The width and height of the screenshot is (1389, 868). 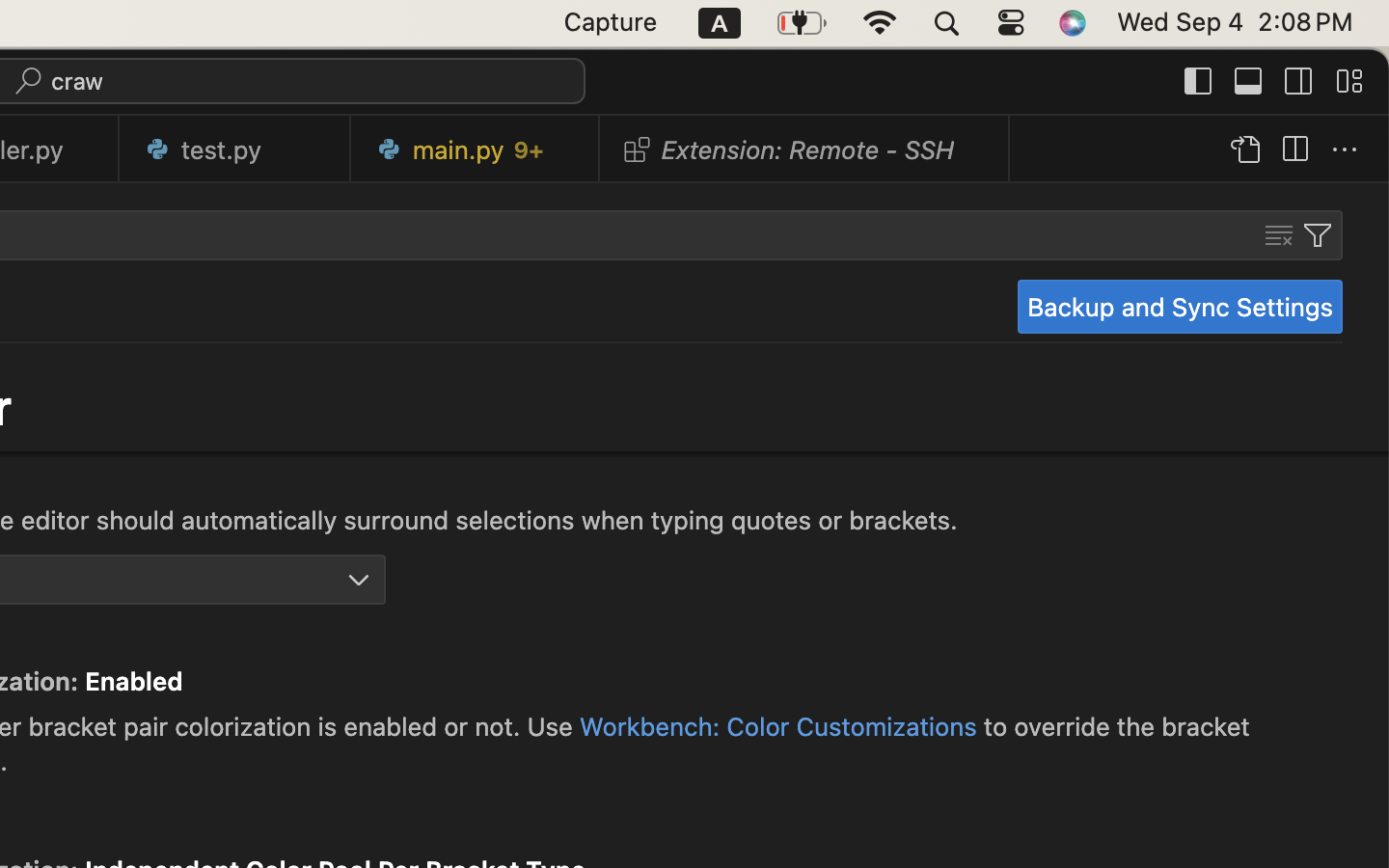 What do you see at coordinates (1293, 149) in the screenshot?
I see `''` at bounding box center [1293, 149].